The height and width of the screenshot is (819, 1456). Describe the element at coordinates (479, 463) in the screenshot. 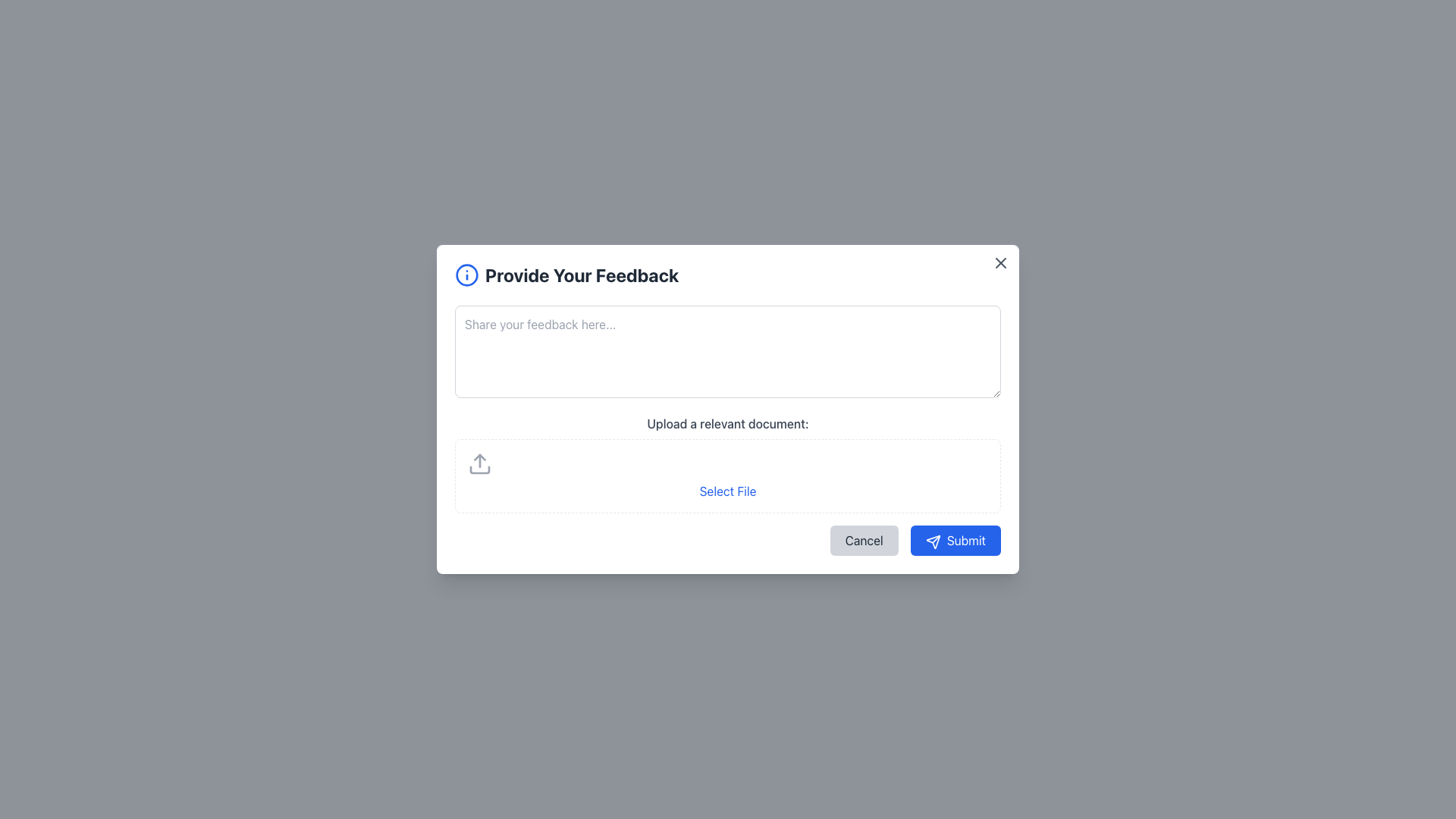

I see `the upload icon, which is a light gray graphic resembling an upload arrow, located in the 'Upload a relevant document' section, above the 'Select File' link` at that location.